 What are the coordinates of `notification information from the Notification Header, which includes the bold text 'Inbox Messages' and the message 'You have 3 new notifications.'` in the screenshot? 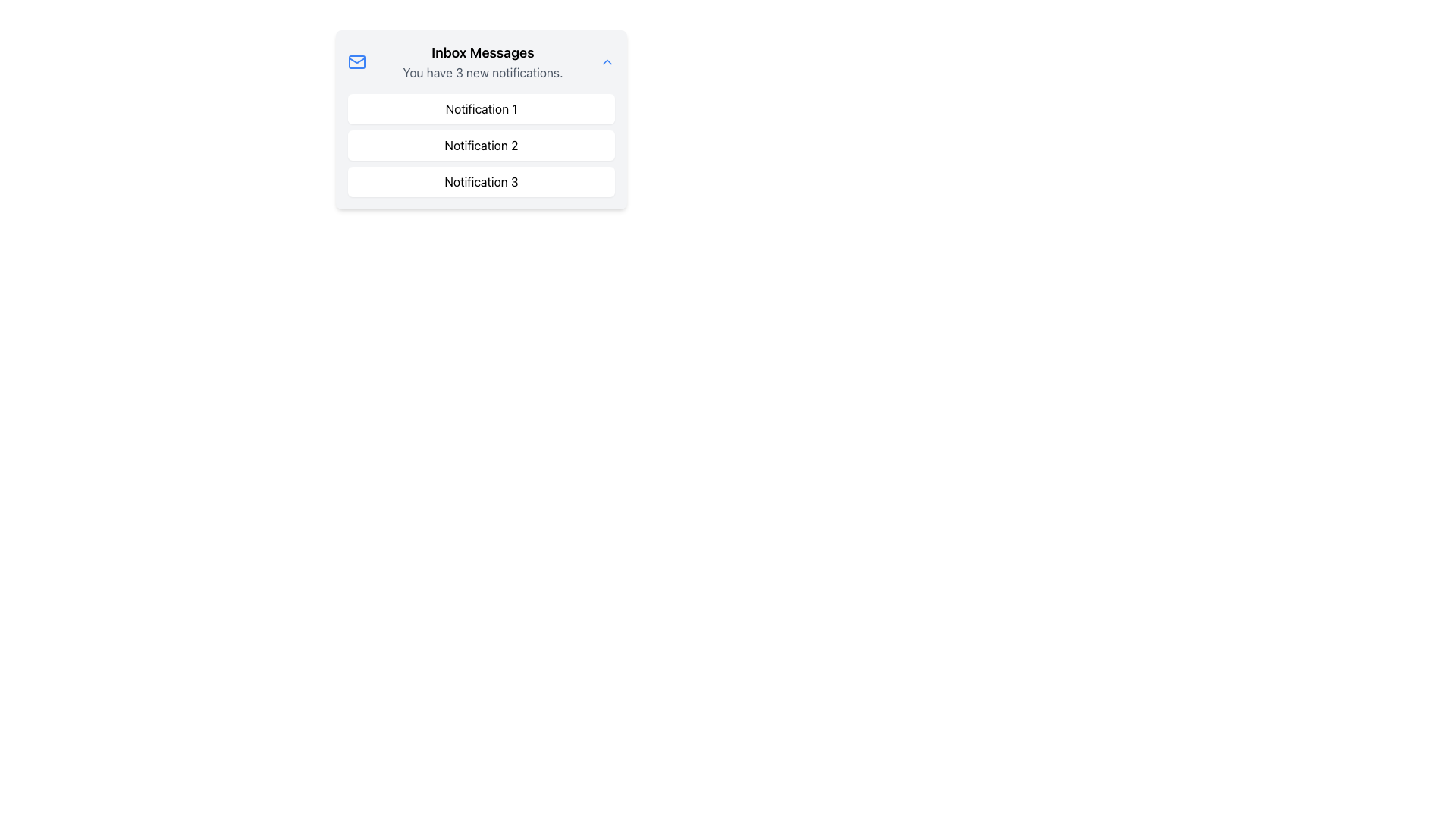 It's located at (480, 61).